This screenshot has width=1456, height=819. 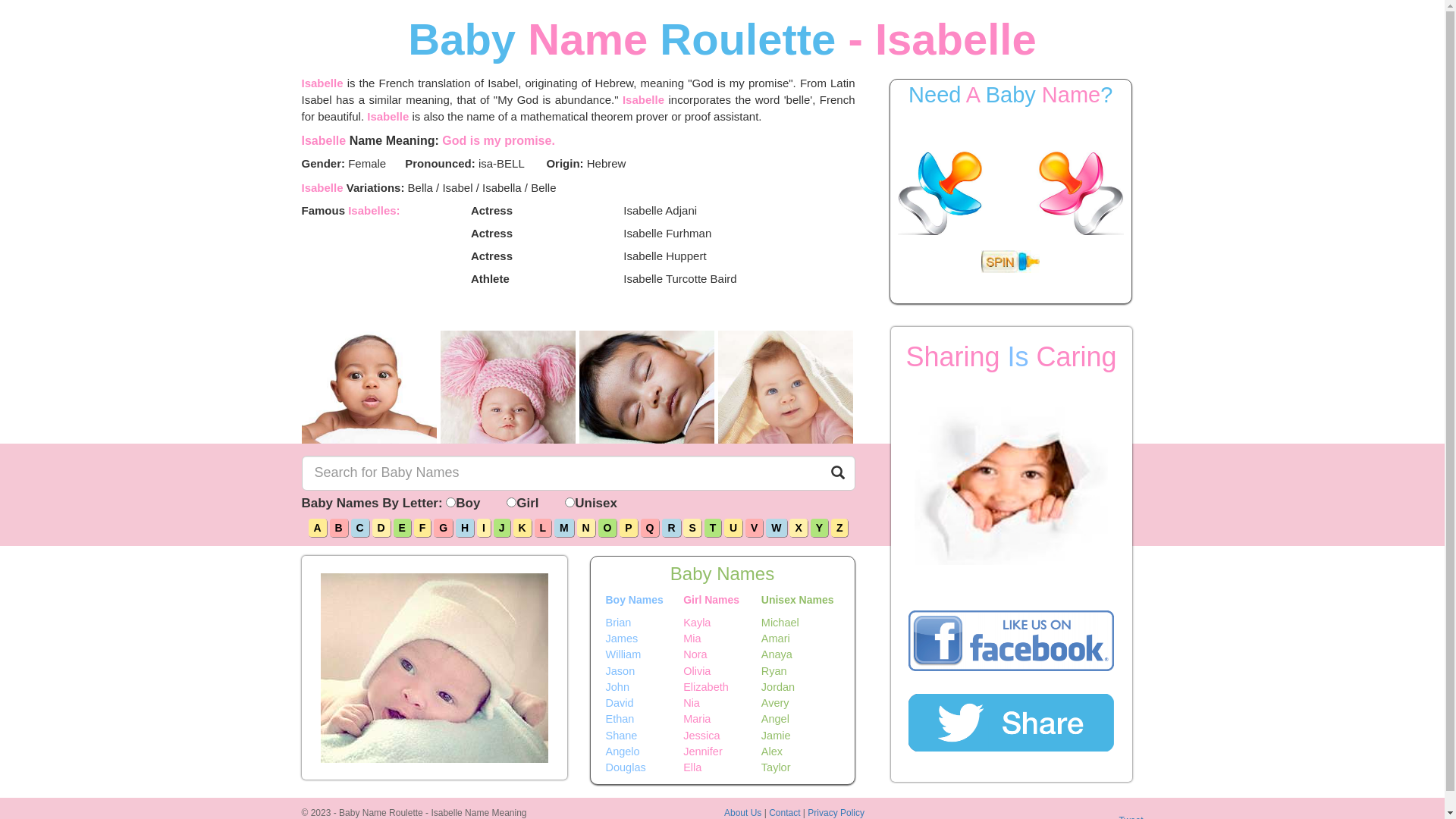 I want to click on 'E', so click(x=402, y=526).